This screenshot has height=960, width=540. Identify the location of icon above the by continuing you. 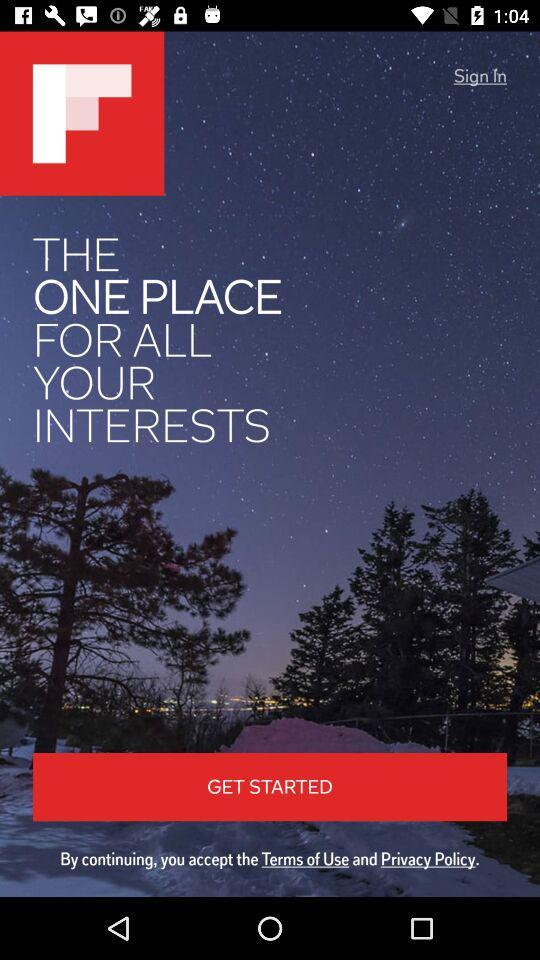
(479, 76).